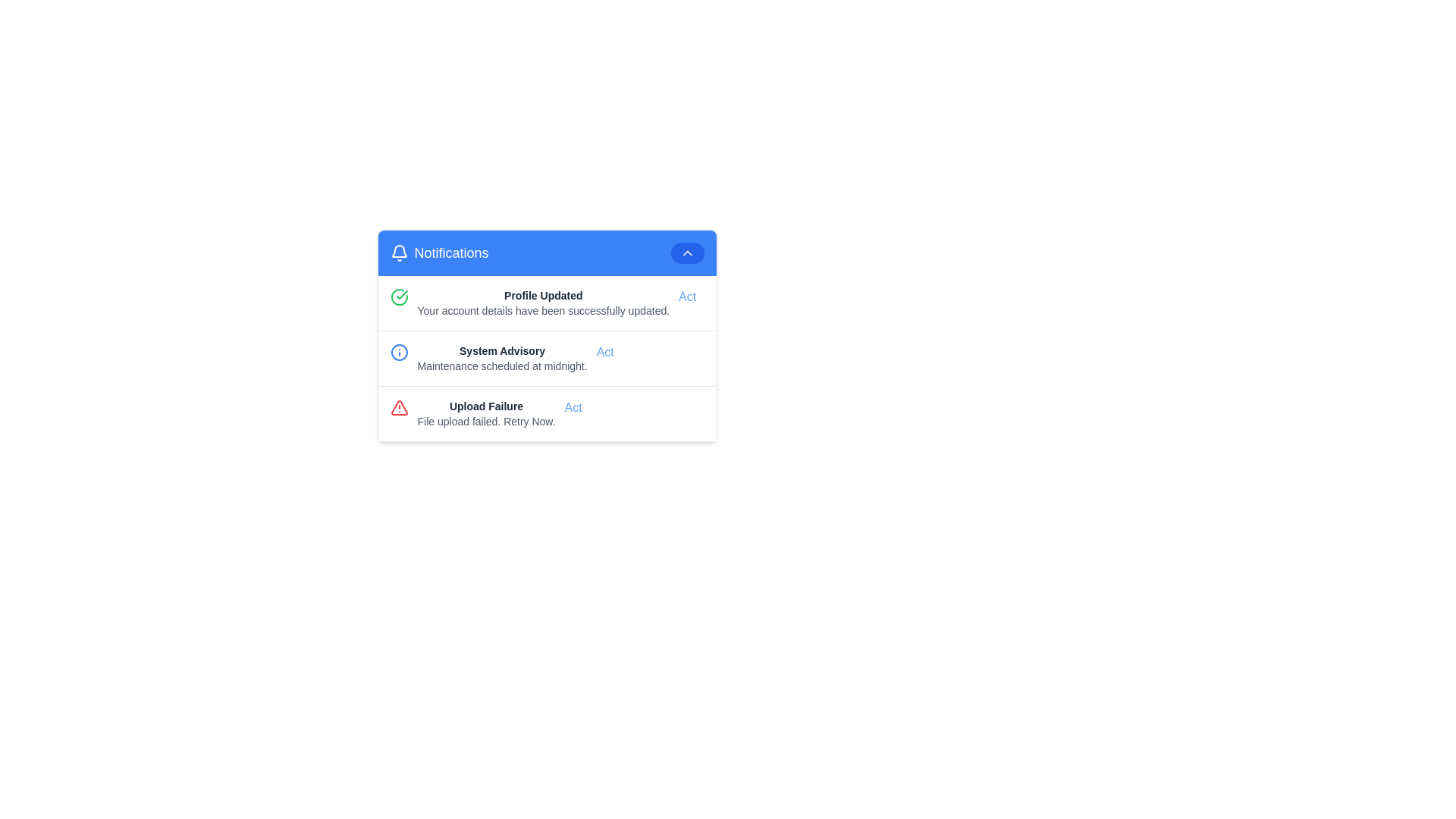  Describe the element at coordinates (573, 406) in the screenshot. I see `the actionable button labeled 'Retry Now.' within the 'Upload Failure: File upload failed.' notification` at that location.